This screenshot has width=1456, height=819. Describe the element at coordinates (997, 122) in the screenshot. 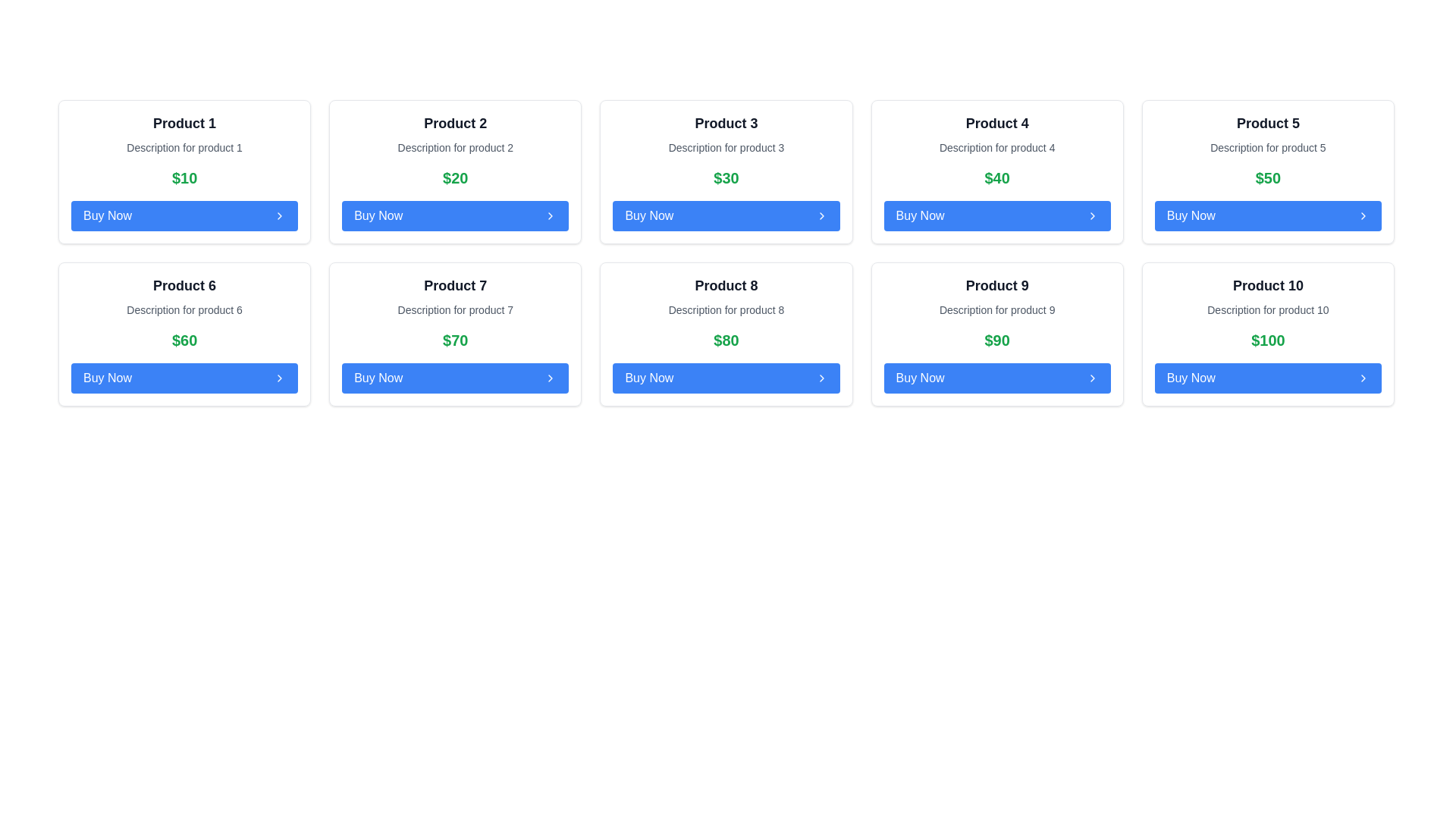

I see `the bold, large-sized text label displaying 'Product 4' in dark gray color, which is positioned at the top of the fourth card in the first row of the grid layout` at that location.